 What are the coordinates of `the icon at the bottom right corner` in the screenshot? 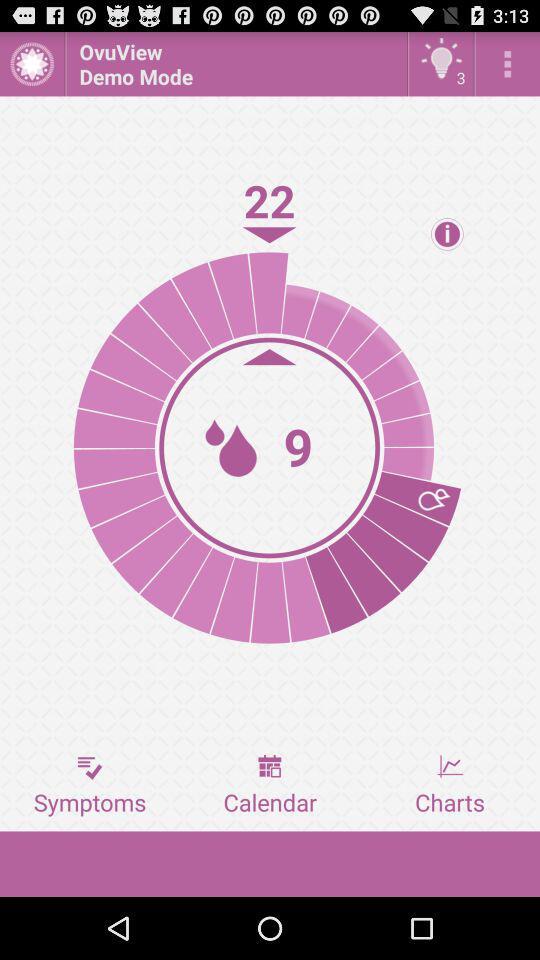 It's located at (449, 785).